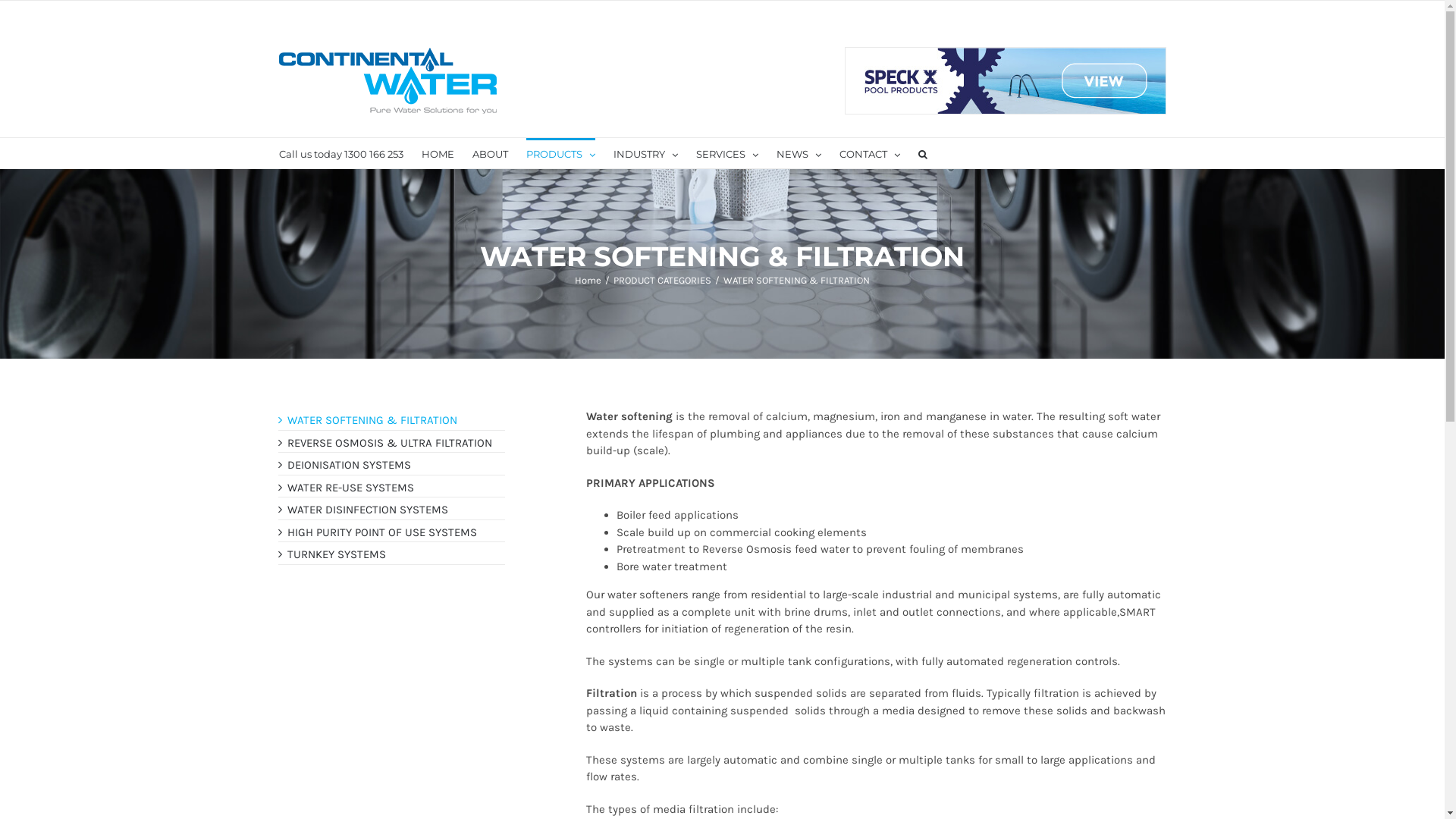 The width and height of the screenshot is (1456, 819). I want to click on 'ABOUT', so click(489, 152).